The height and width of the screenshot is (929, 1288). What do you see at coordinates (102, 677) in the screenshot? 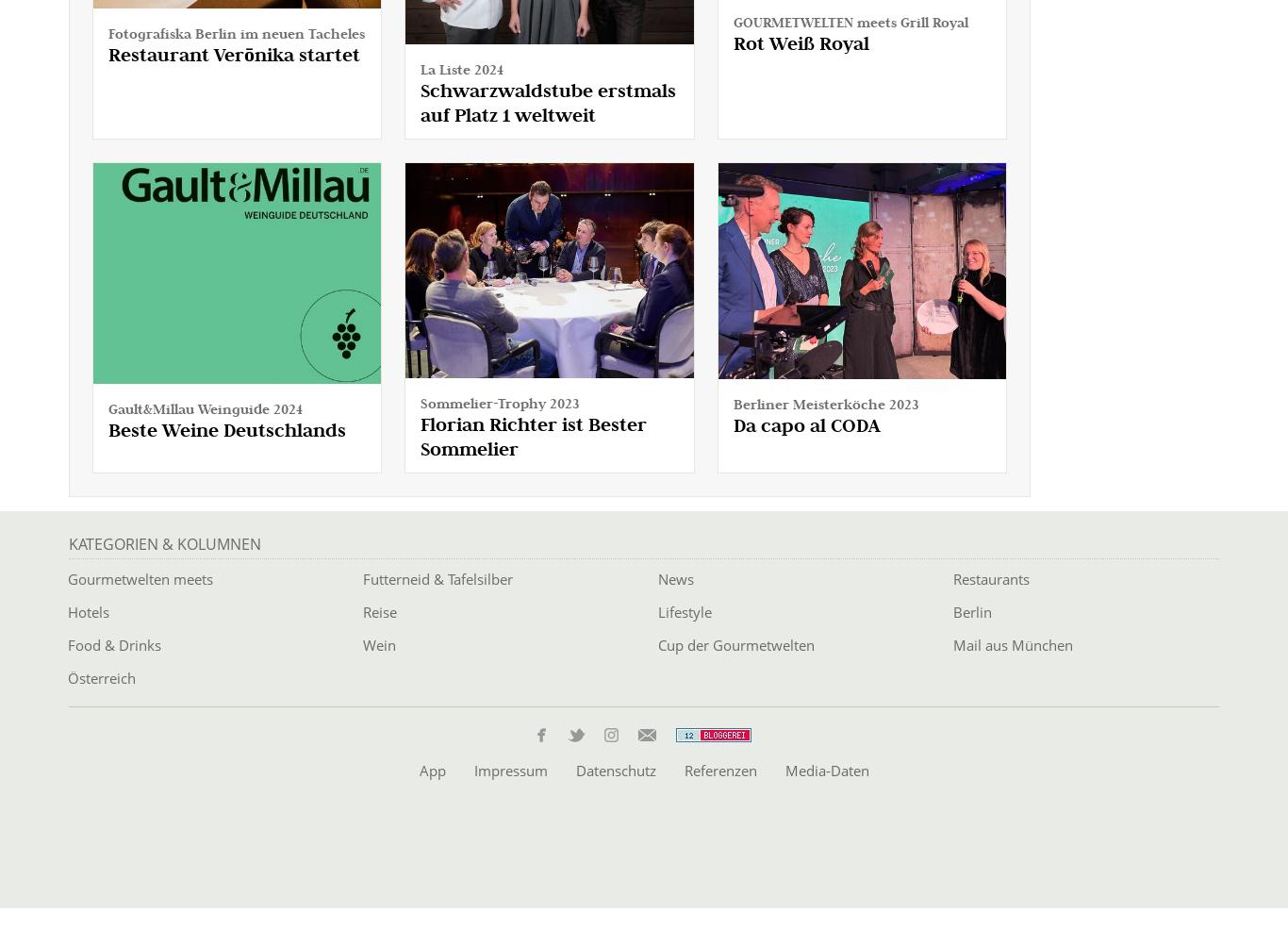
I see `'Österreich'` at bounding box center [102, 677].